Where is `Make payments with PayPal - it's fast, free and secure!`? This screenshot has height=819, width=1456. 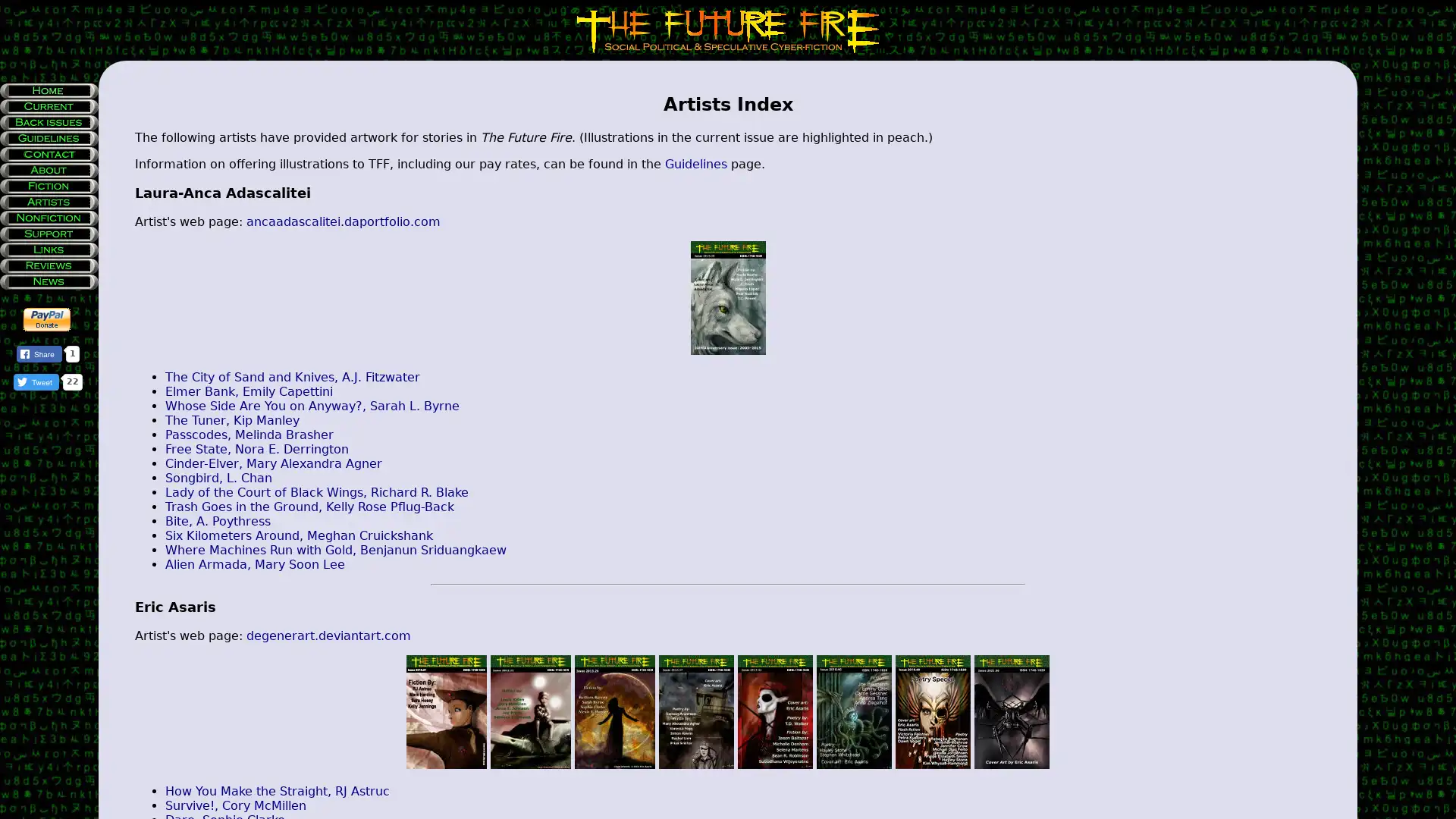
Make payments with PayPal - it's fast, free and secure! is located at coordinates (47, 318).